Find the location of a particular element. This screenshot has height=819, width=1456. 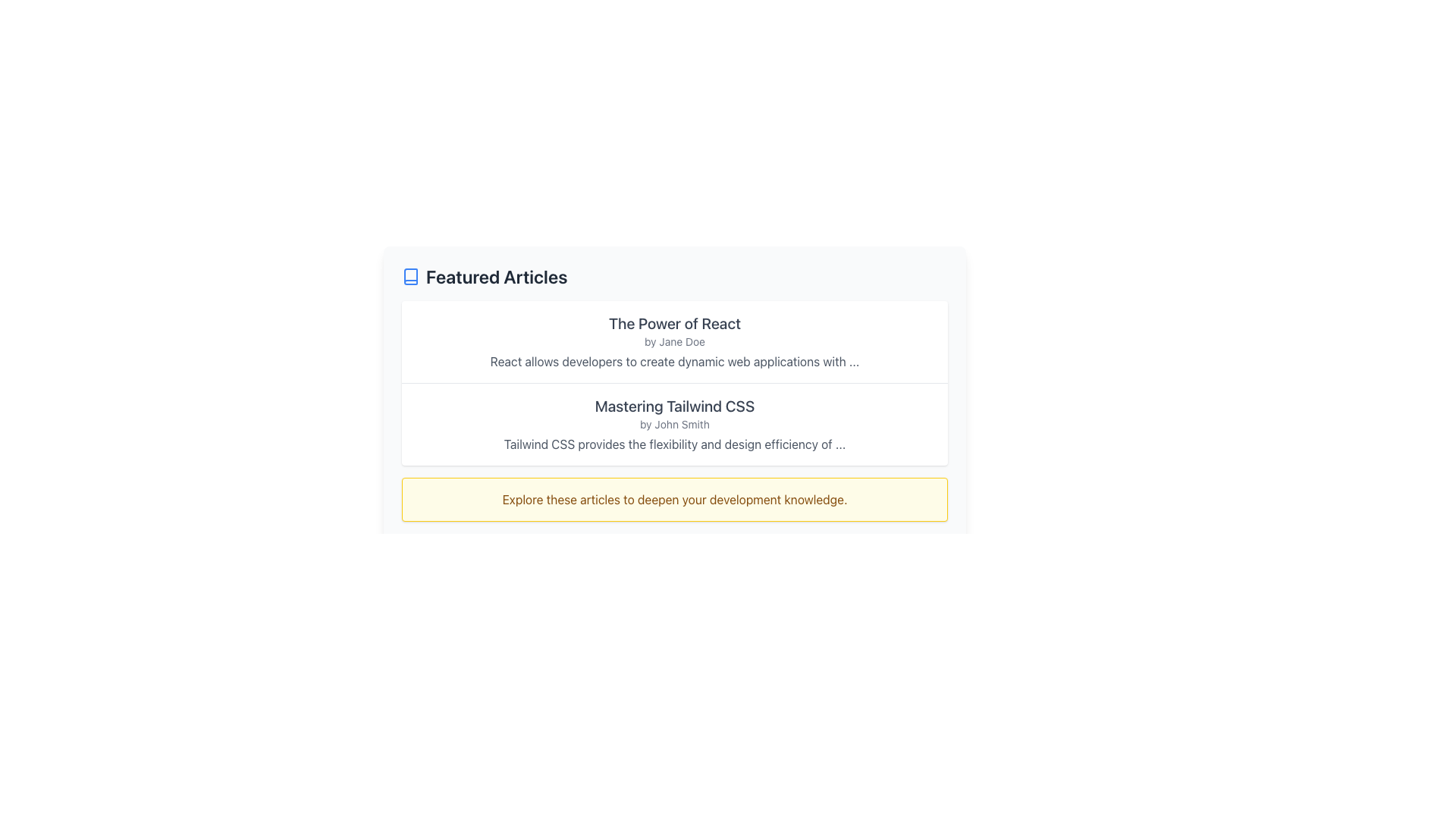

textual content block titled 'The Power of React' which includes the author credit 'by Jane Doe' and a short descriptive text, located at the top of the 'Featured Articles' card is located at coordinates (673, 342).